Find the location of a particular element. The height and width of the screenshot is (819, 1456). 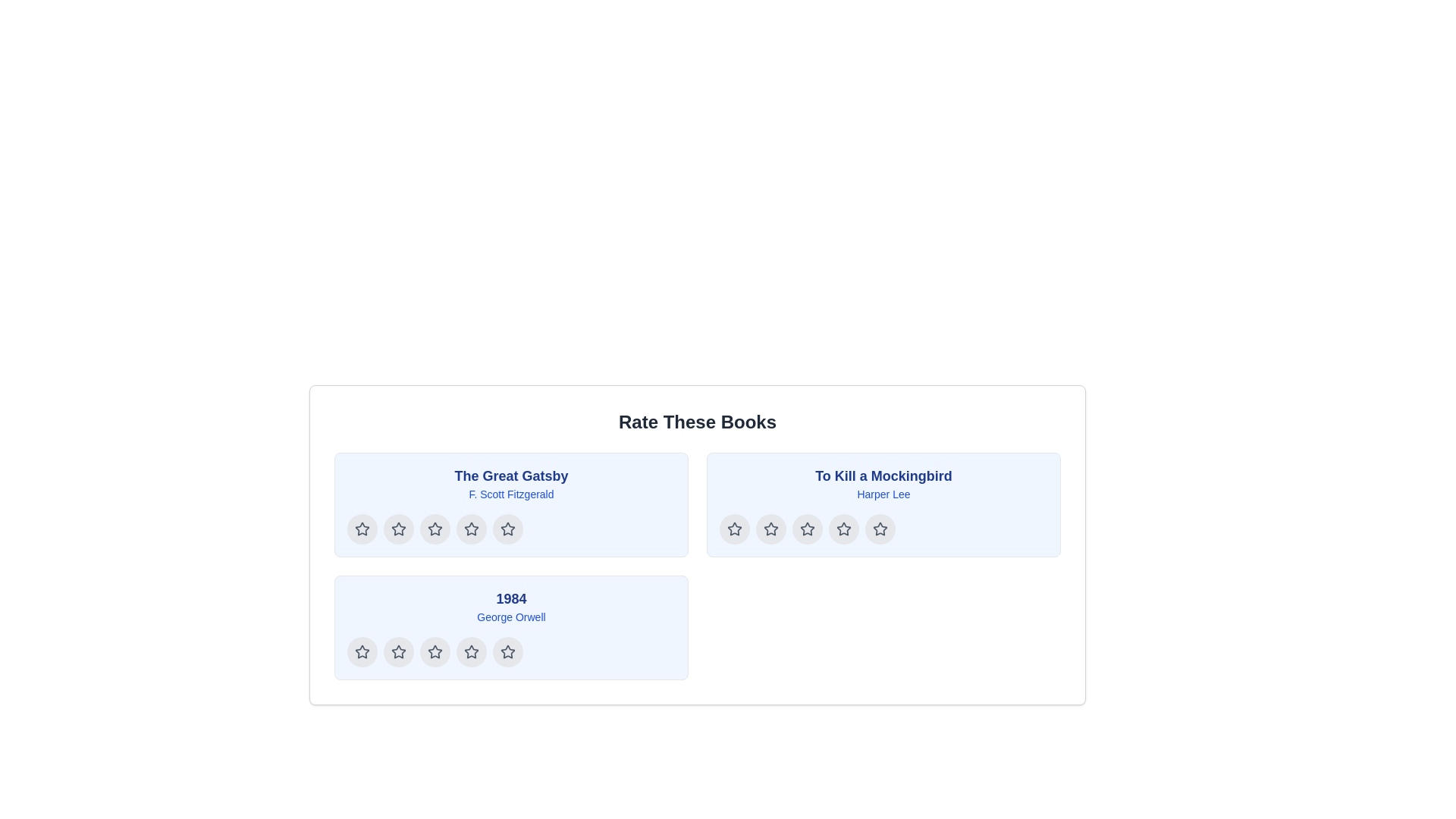

the third star button in the rating row for the book 'To Kill a Mockingbird' is located at coordinates (807, 529).